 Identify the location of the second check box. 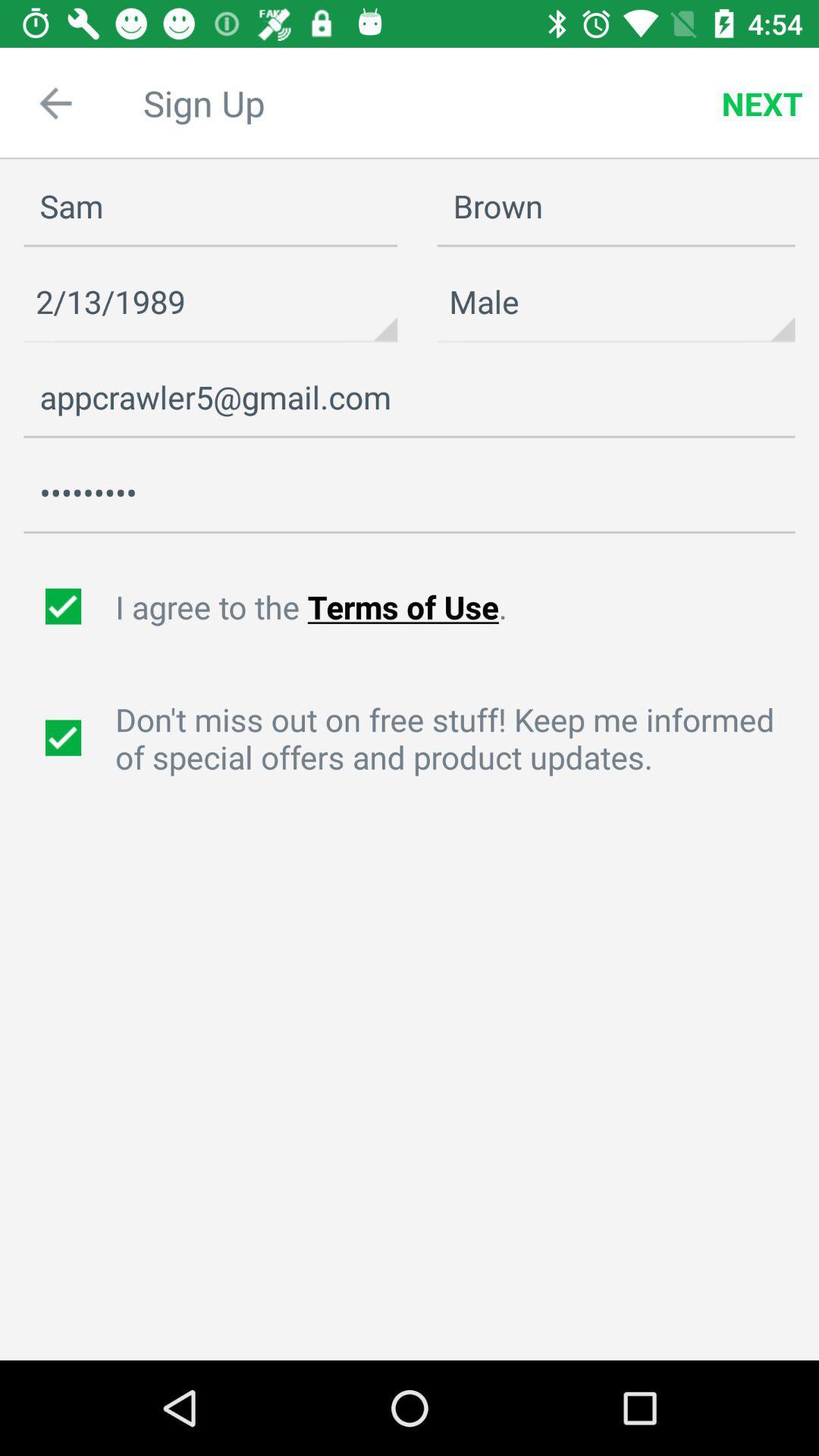
(64, 738).